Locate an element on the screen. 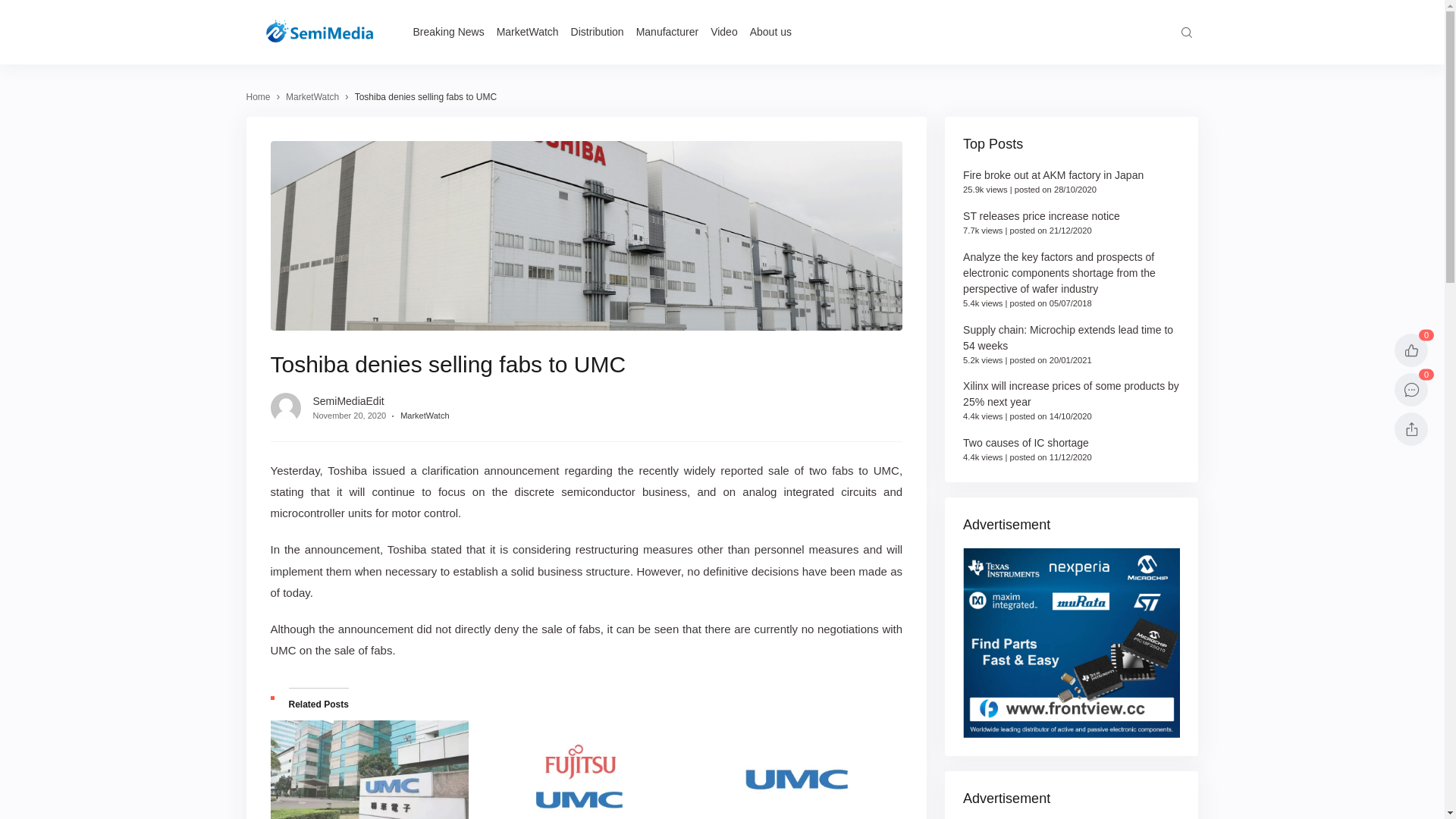 Image resolution: width=1456 pixels, height=819 pixels. 'SemiMediaEdit' is located at coordinates (347, 400).